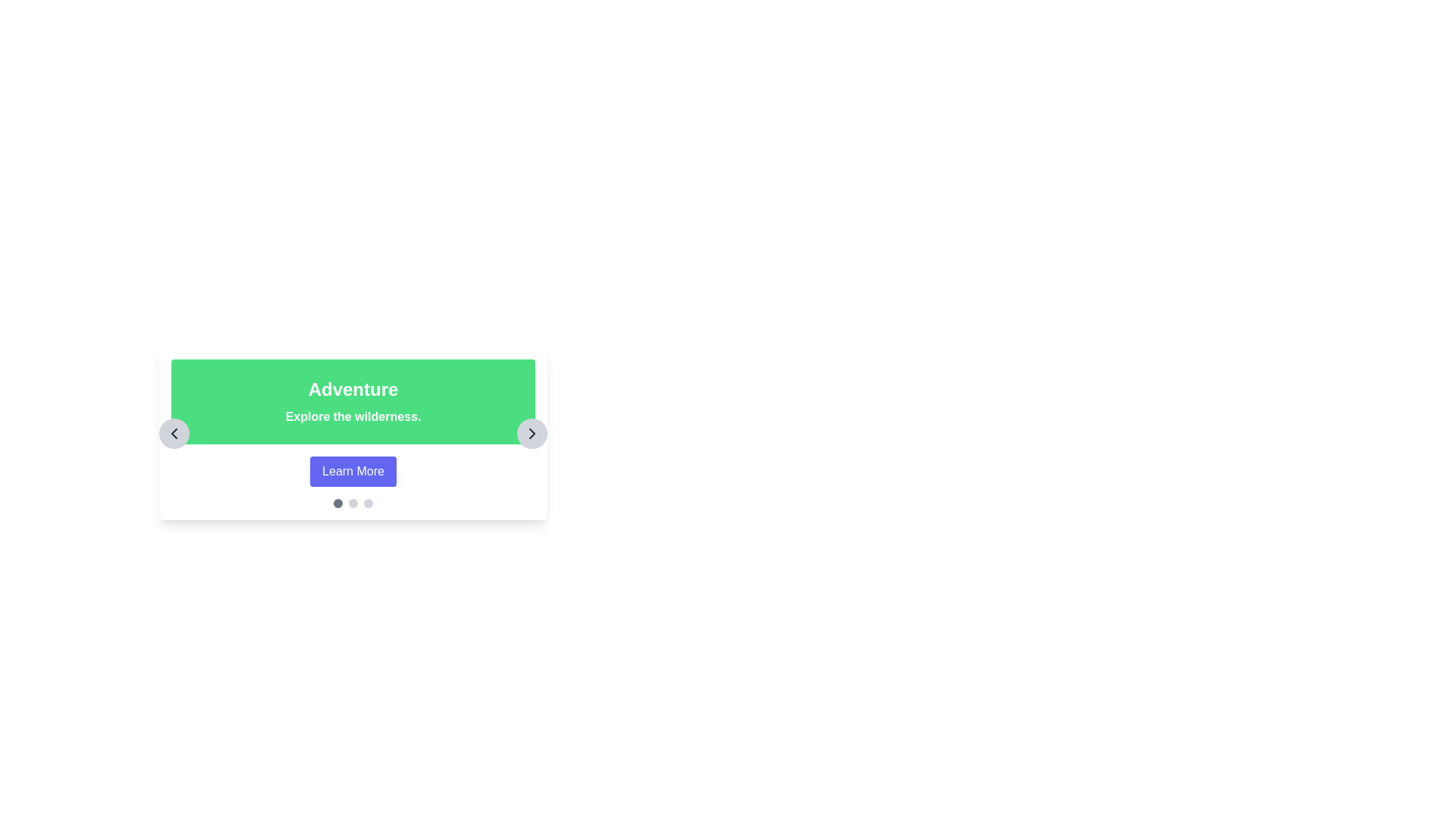  Describe the element at coordinates (352, 503) in the screenshot. I see `the second dot indicator in the carousel` at that location.